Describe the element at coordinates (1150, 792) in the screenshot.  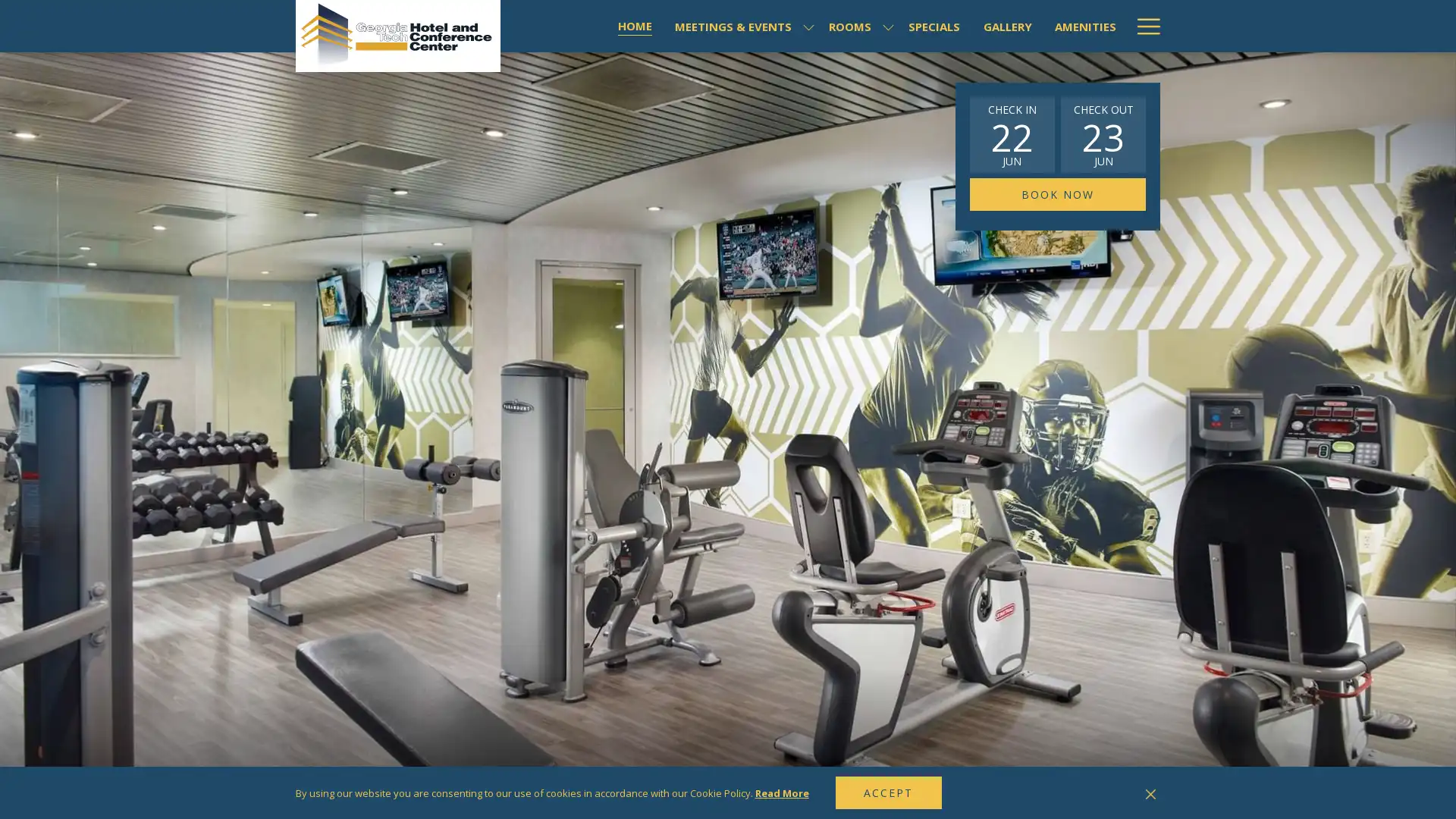
I see `Dismiss cookie policy` at that location.